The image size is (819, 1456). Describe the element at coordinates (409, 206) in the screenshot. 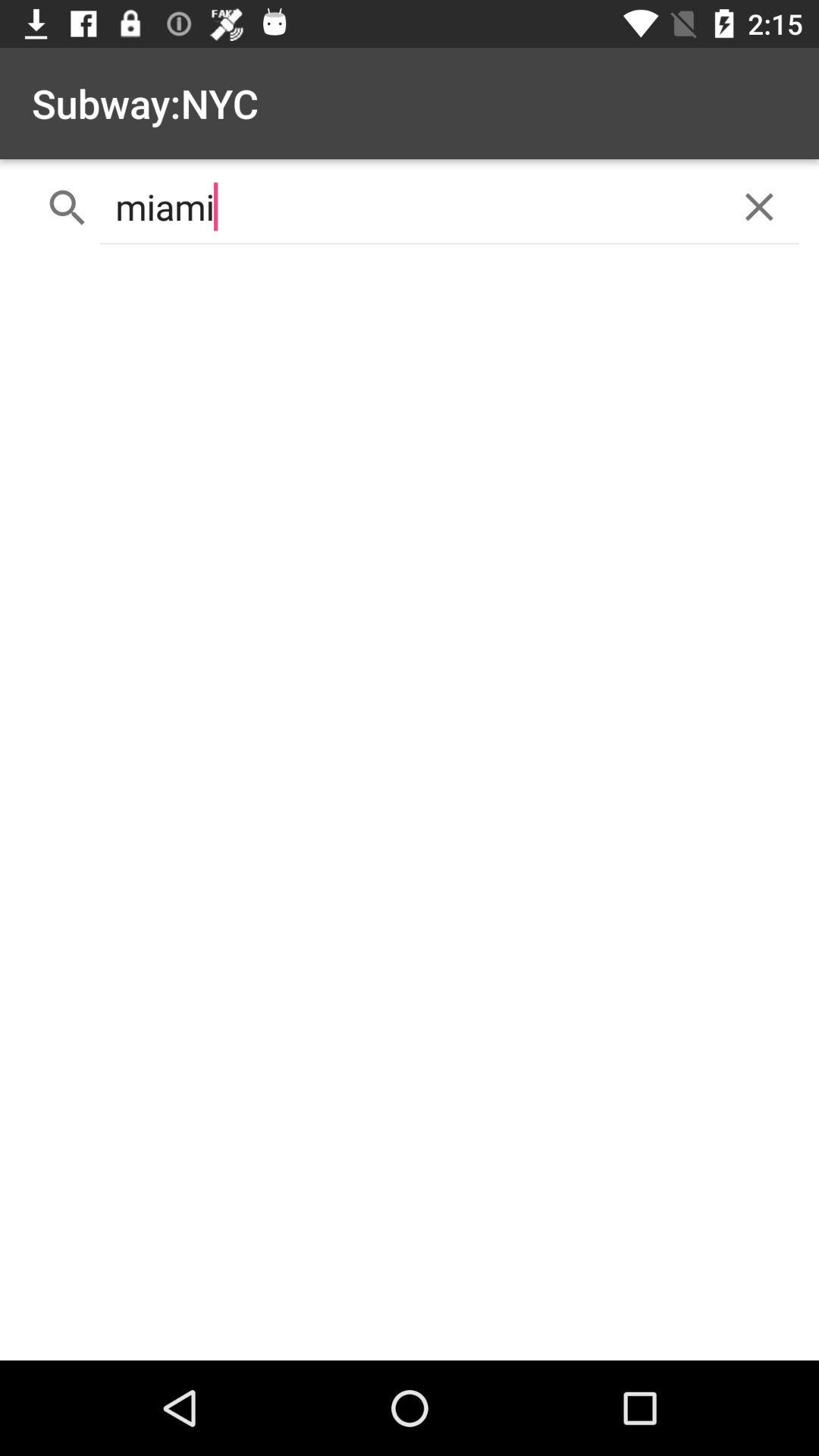

I see `icon below the subway:nyc item` at that location.